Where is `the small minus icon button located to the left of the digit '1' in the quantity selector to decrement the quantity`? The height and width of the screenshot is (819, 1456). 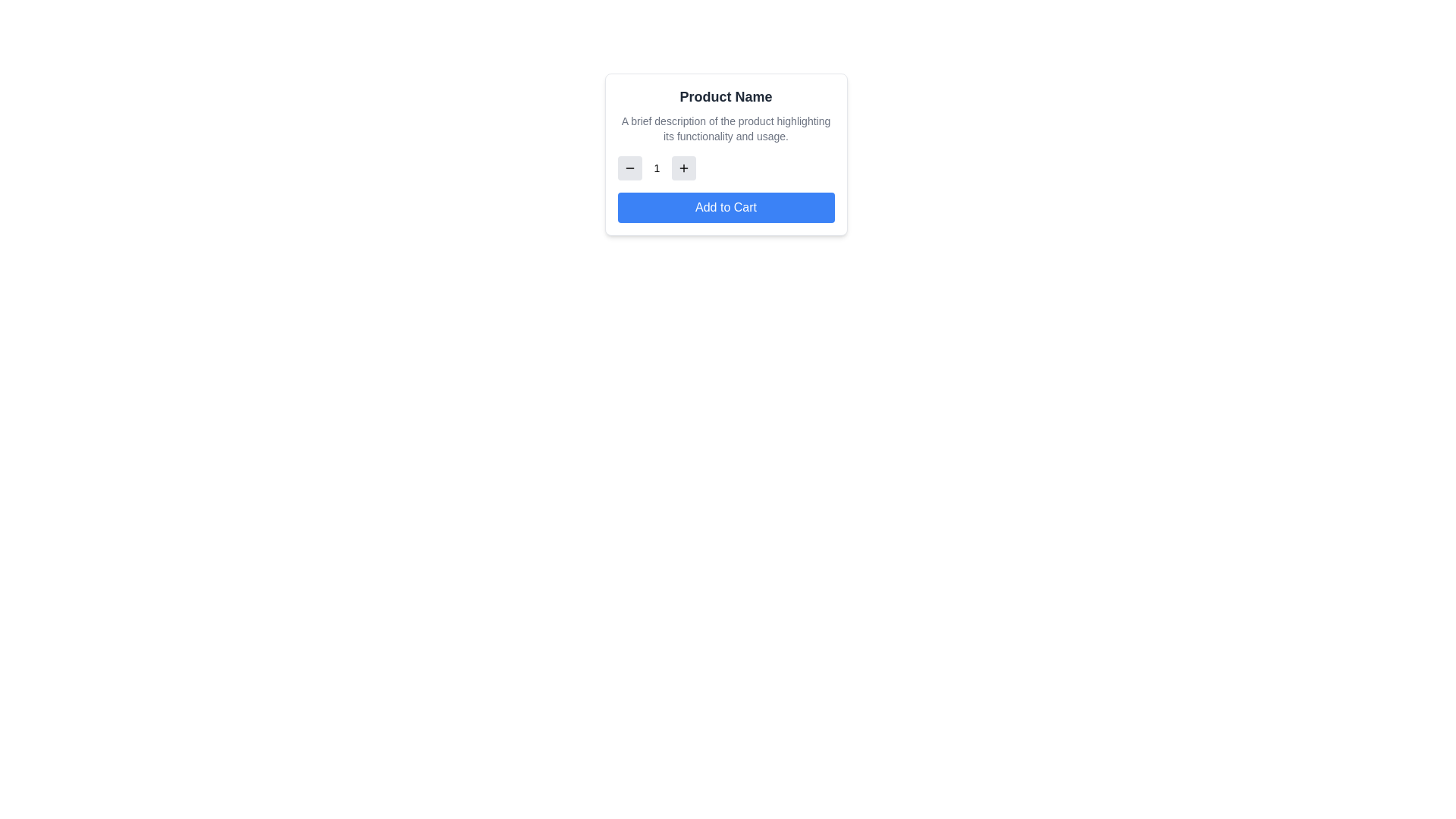 the small minus icon button located to the left of the digit '1' in the quantity selector to decrement the quantity is located at coordinates (629, 168).